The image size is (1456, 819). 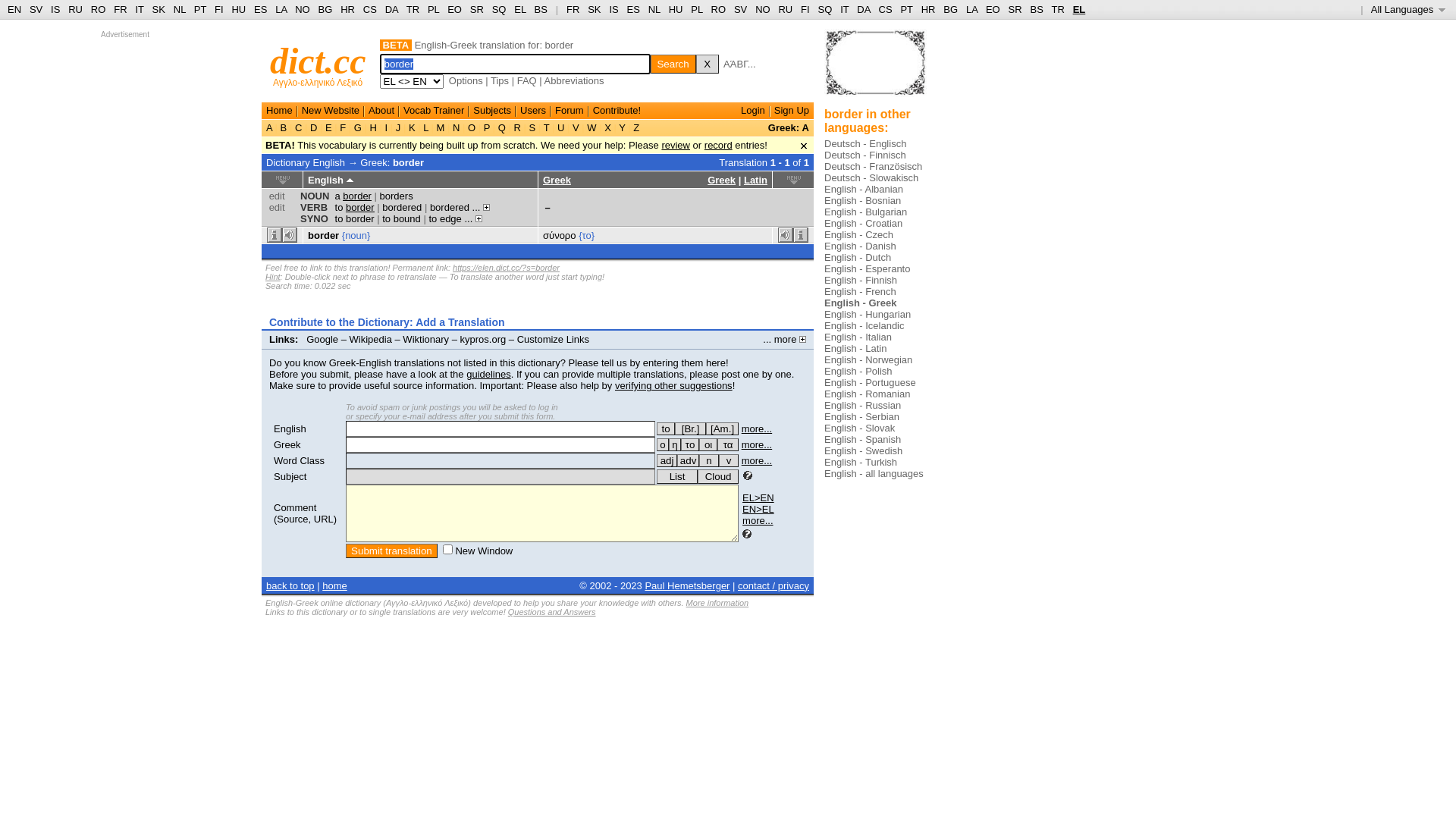 I want to click on 'More information', so click(x=717, y=601).